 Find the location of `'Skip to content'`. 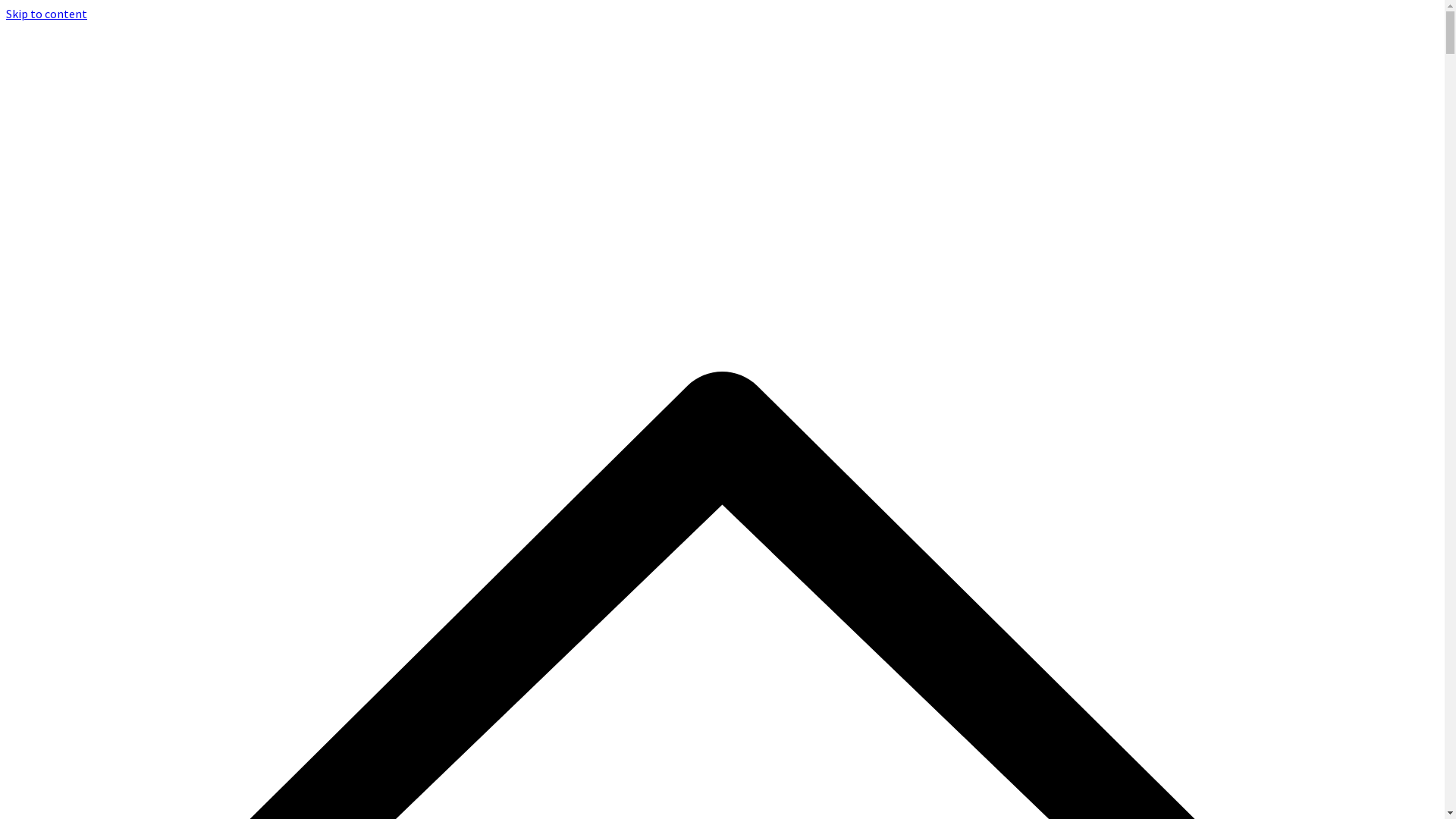

'Skip to content' is located at coordinates (46, 14).